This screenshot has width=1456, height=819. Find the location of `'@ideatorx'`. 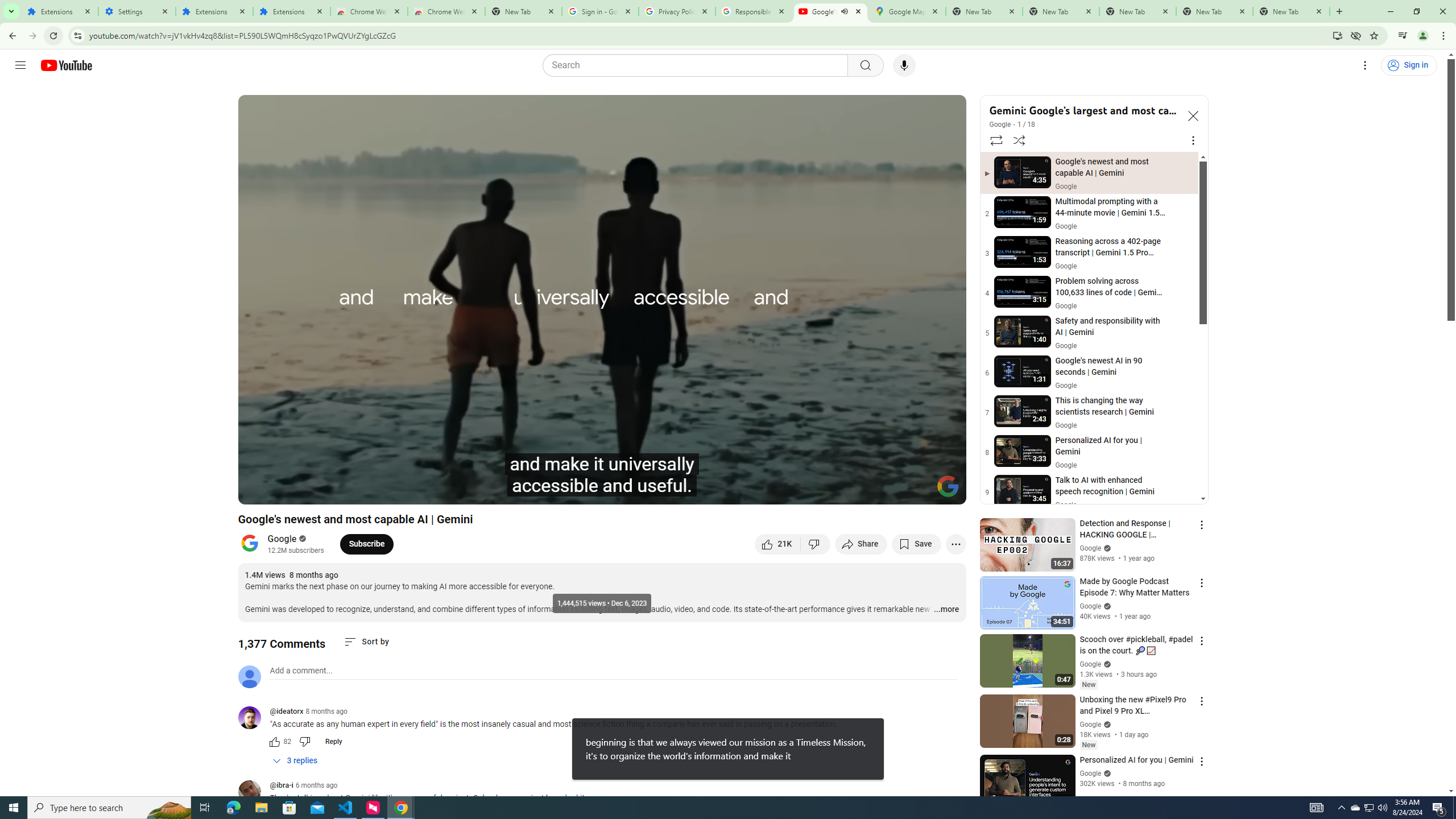

'@ideatorx' is located at coordinates (253, 717).